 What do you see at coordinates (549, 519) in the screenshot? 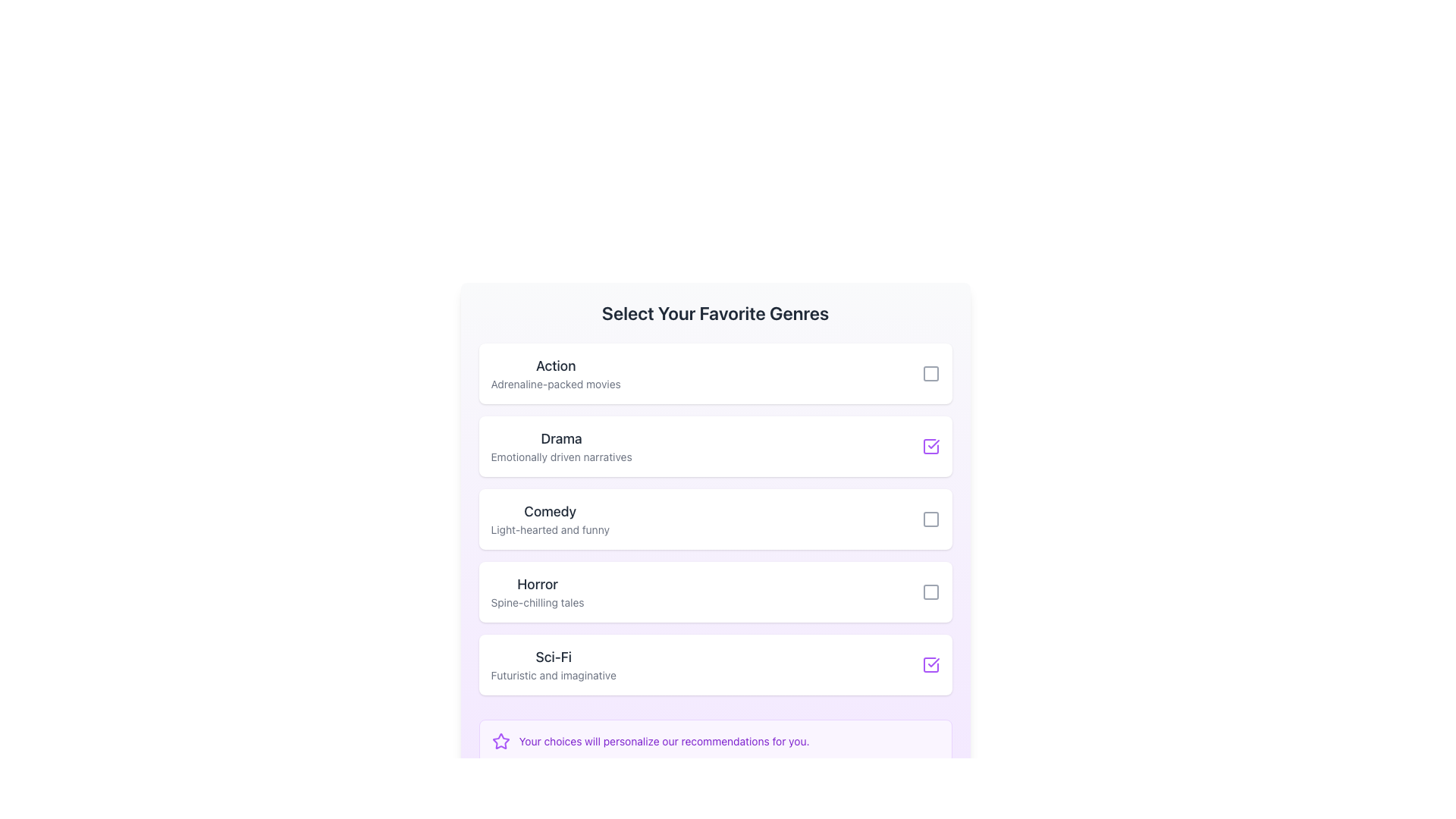
I see `the 'Comedy' genre label, which is the third item in a vertically stacked list on a card, positioned below 'Drama' and above 'Horror'` at bounding box center [549, 519].